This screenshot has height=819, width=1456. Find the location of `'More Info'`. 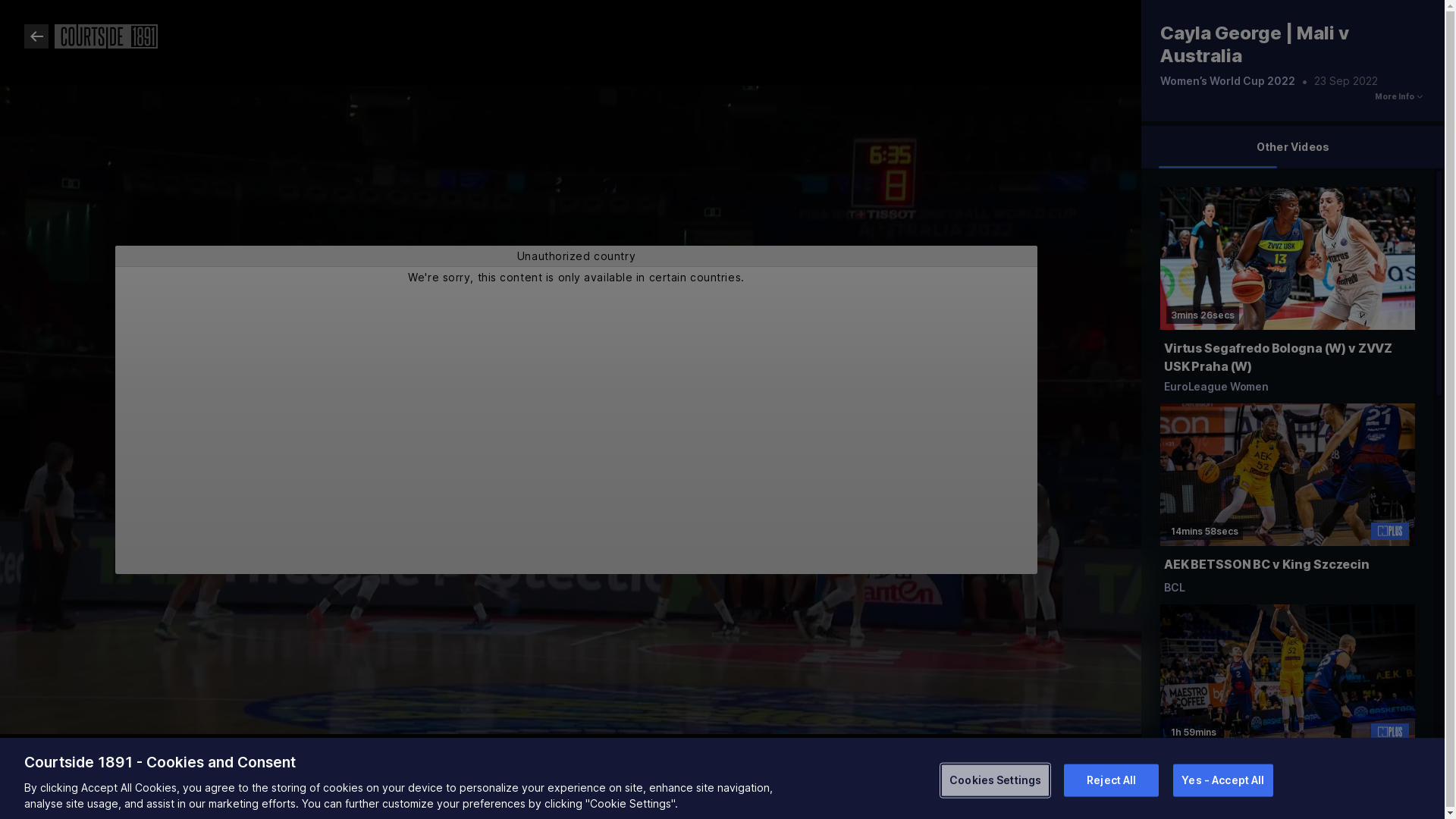

'More Info' is located at coordinates (1394, 96).